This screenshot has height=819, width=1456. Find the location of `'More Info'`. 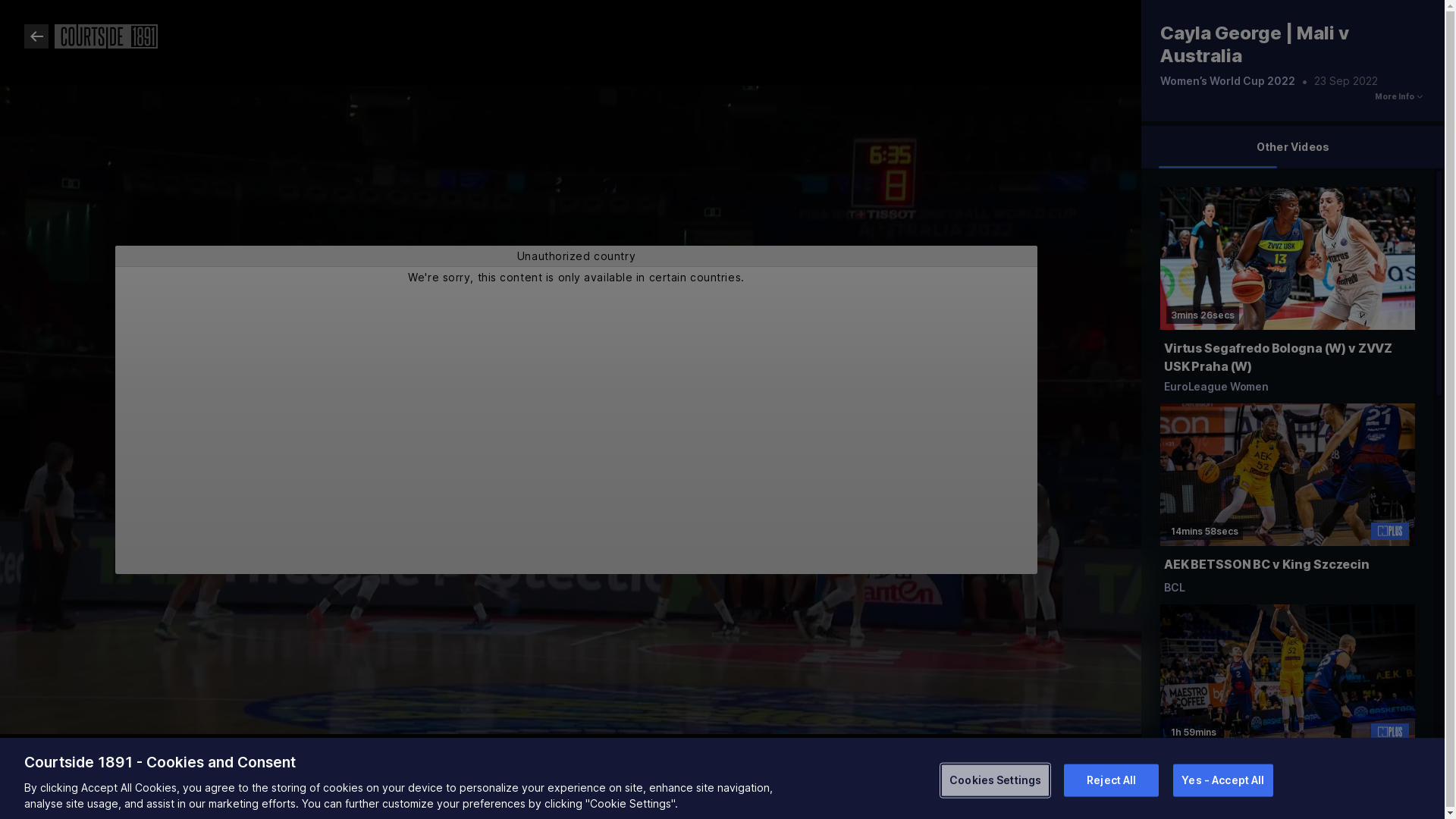

'More Info' is located at coordinates (1394, 96).